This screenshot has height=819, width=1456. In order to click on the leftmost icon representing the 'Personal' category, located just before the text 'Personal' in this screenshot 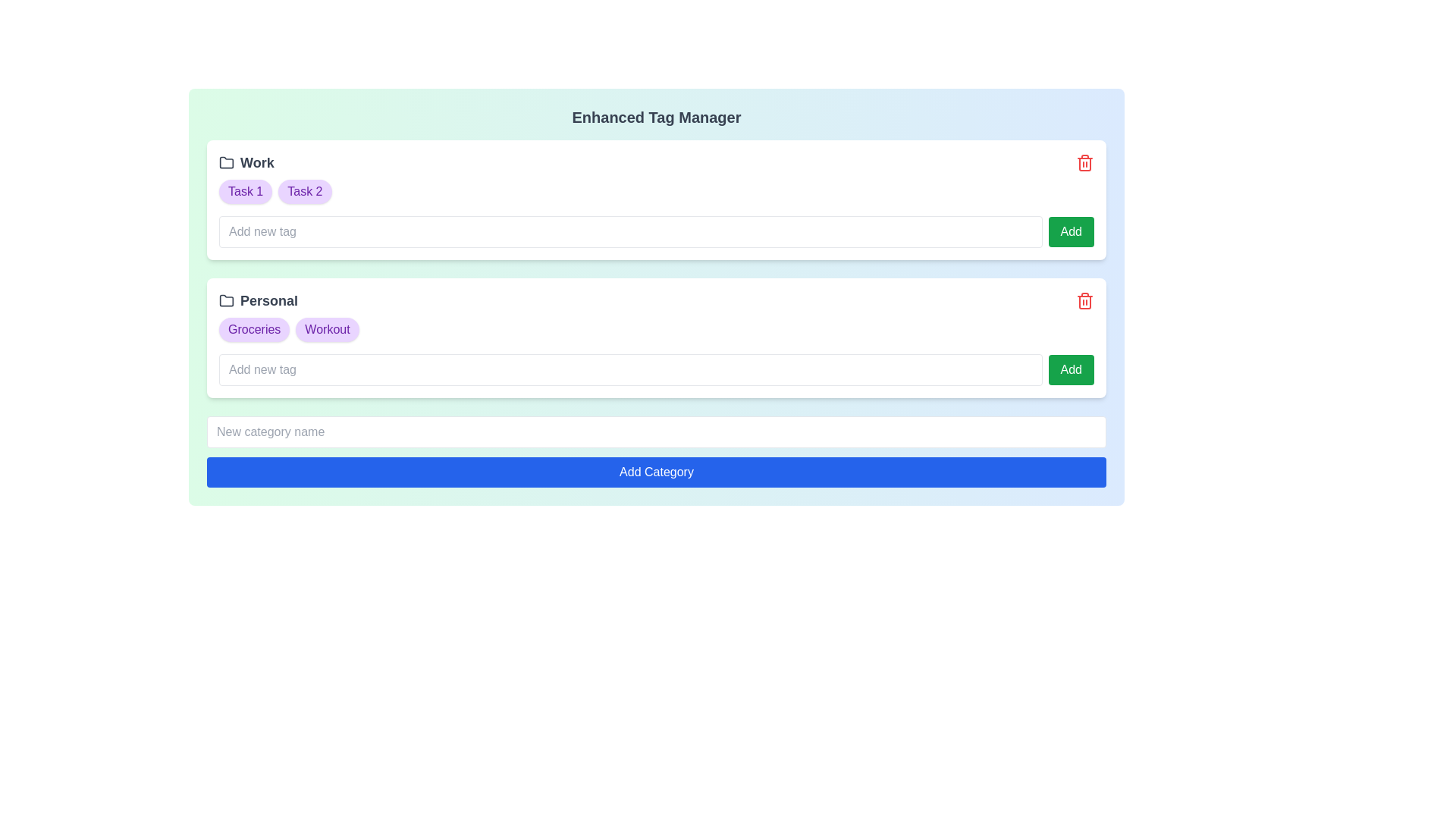, I will do `click(225, 301)`.